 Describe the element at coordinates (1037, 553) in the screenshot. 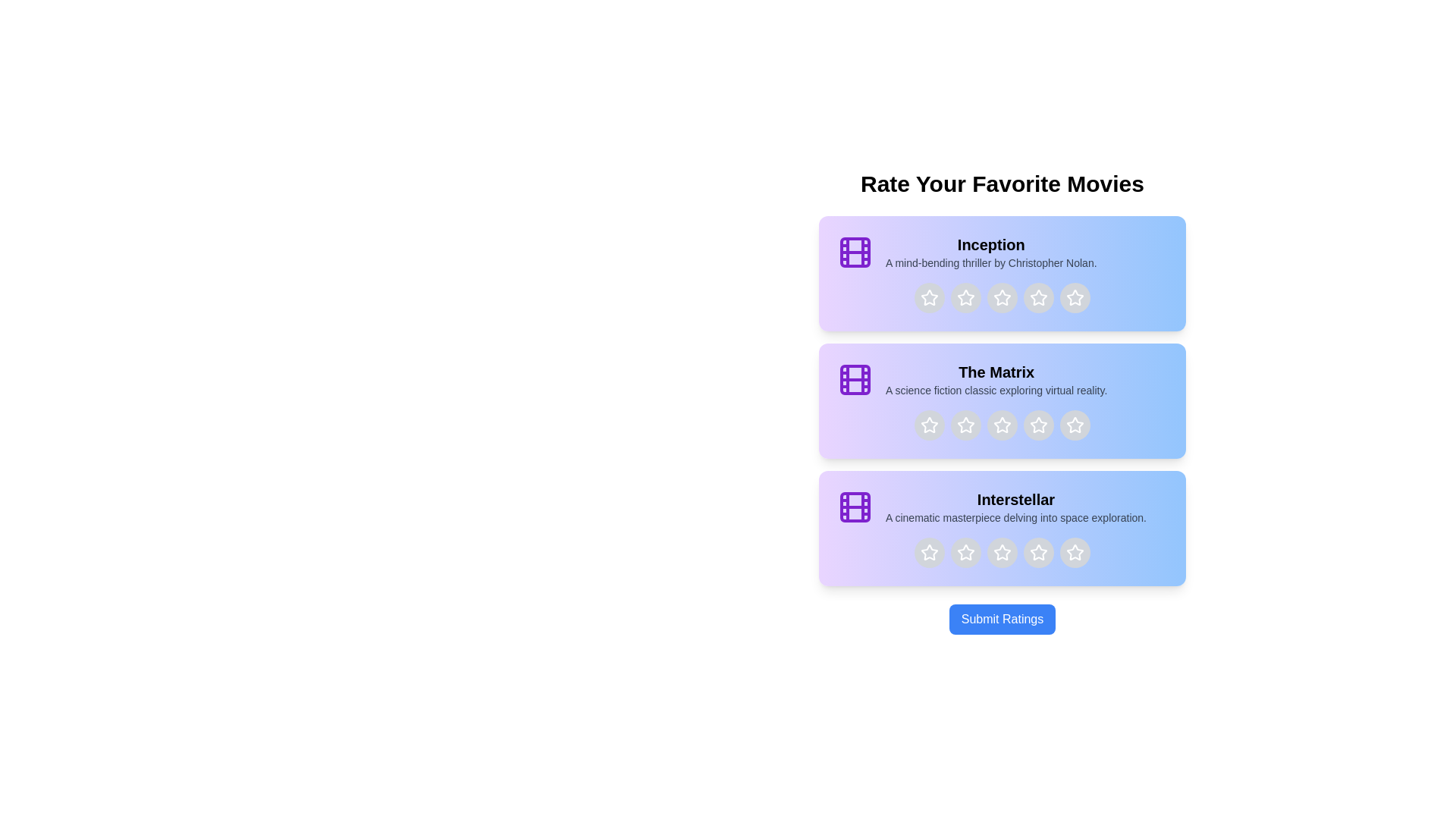

I see `the star corresponding to 4 stars for the movie titled Interstellar` at that location.